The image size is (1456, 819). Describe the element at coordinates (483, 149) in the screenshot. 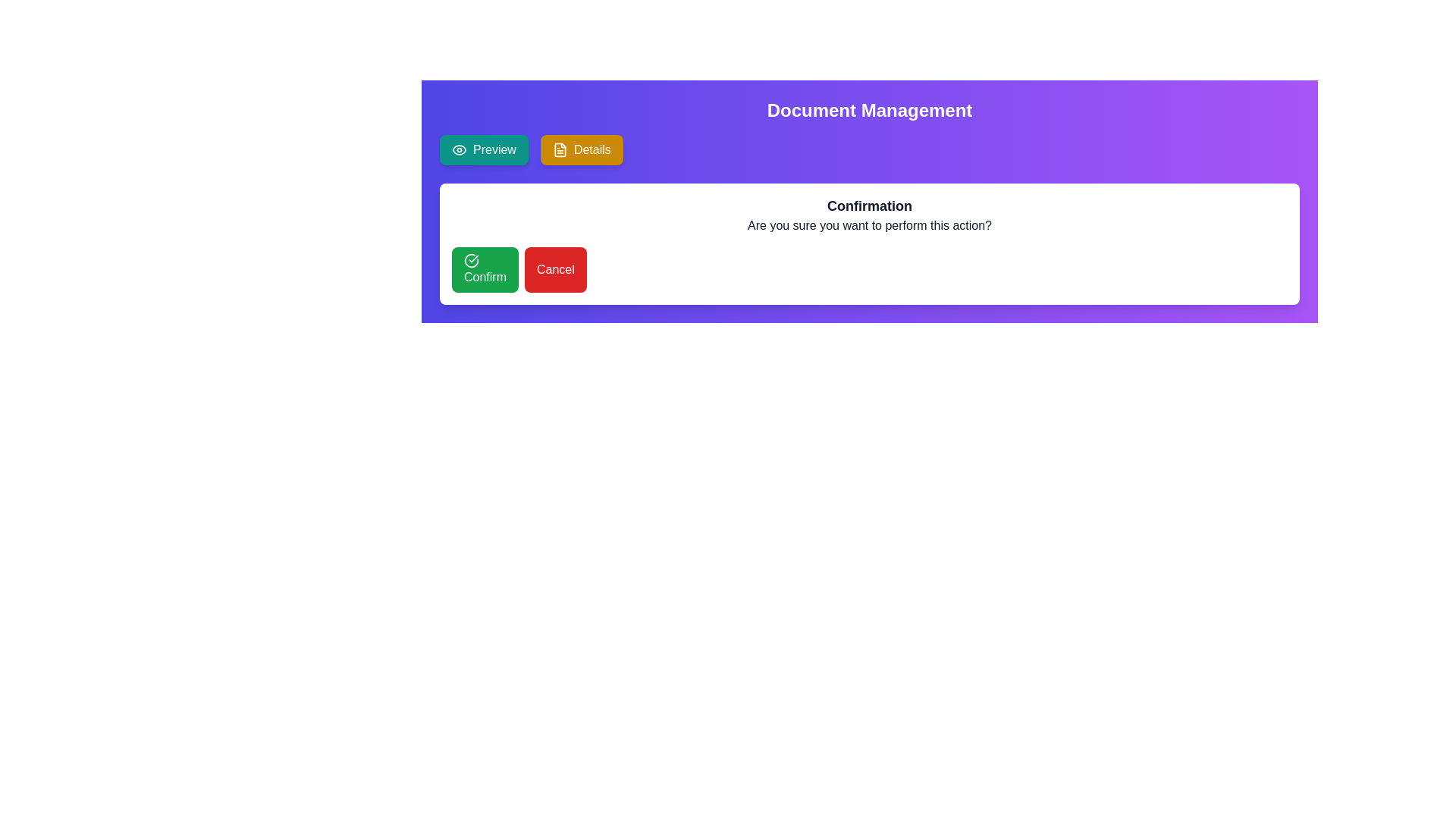

I see `the teal 'Preview' button with an eye icon located at the top-left of the layout to preview content` at that location.